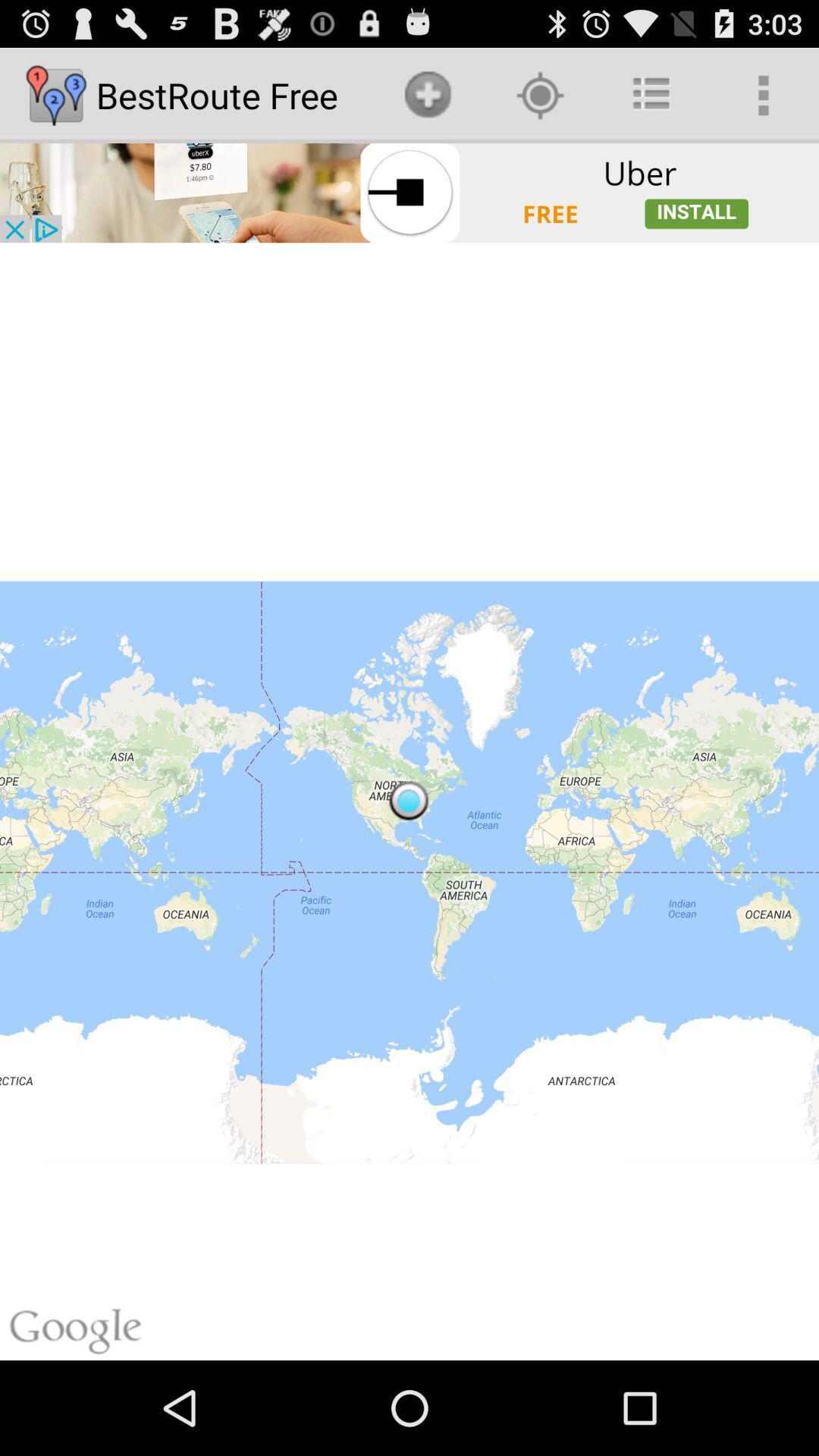 The width and height of the screenshot is (819, 1456). I want to click on click advertisement, so click(409, 192).